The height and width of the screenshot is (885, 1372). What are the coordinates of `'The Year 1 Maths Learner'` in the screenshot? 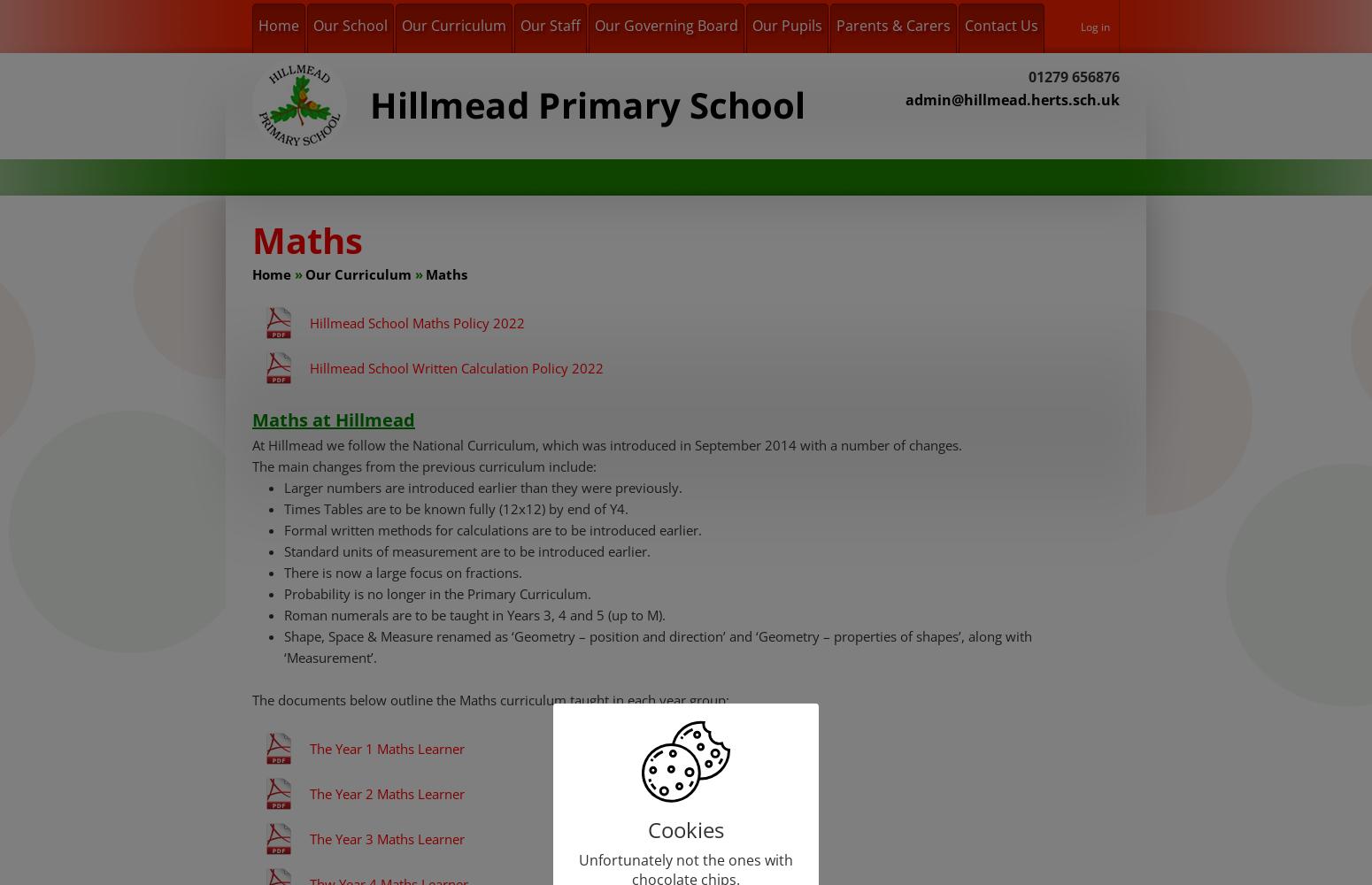 It's located at (387, 748).